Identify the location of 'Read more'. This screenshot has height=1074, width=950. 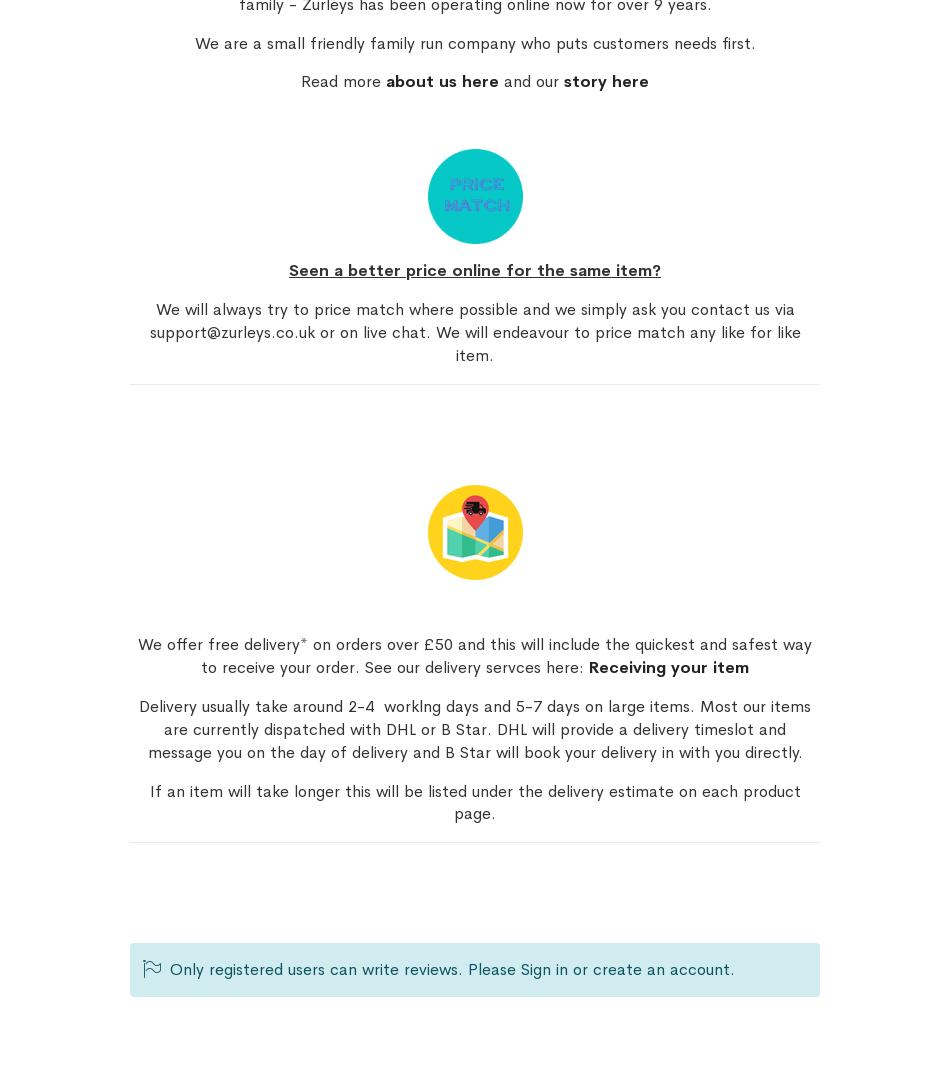
(299, 81).